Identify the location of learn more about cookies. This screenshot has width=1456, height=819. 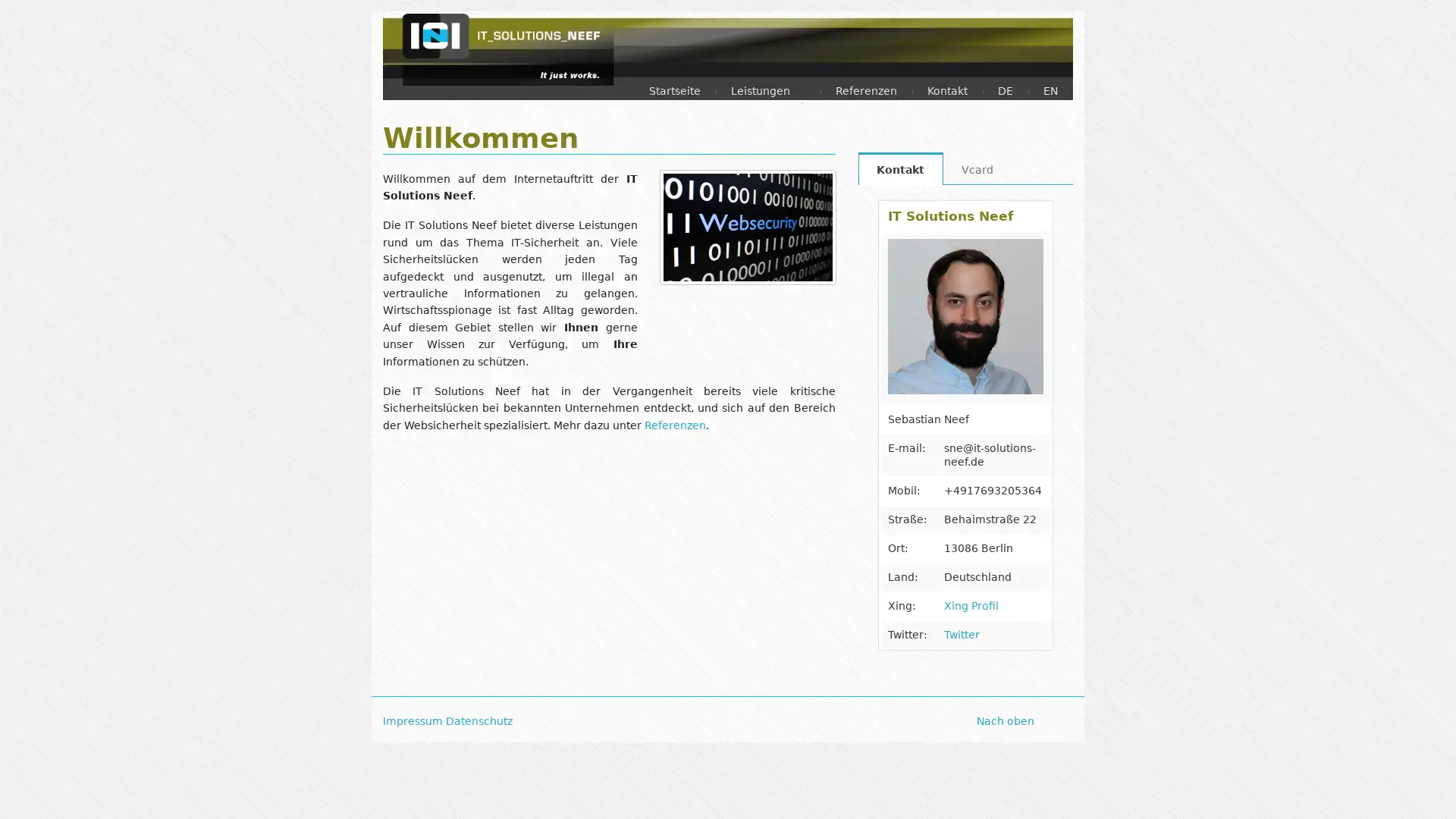
(604, 791).